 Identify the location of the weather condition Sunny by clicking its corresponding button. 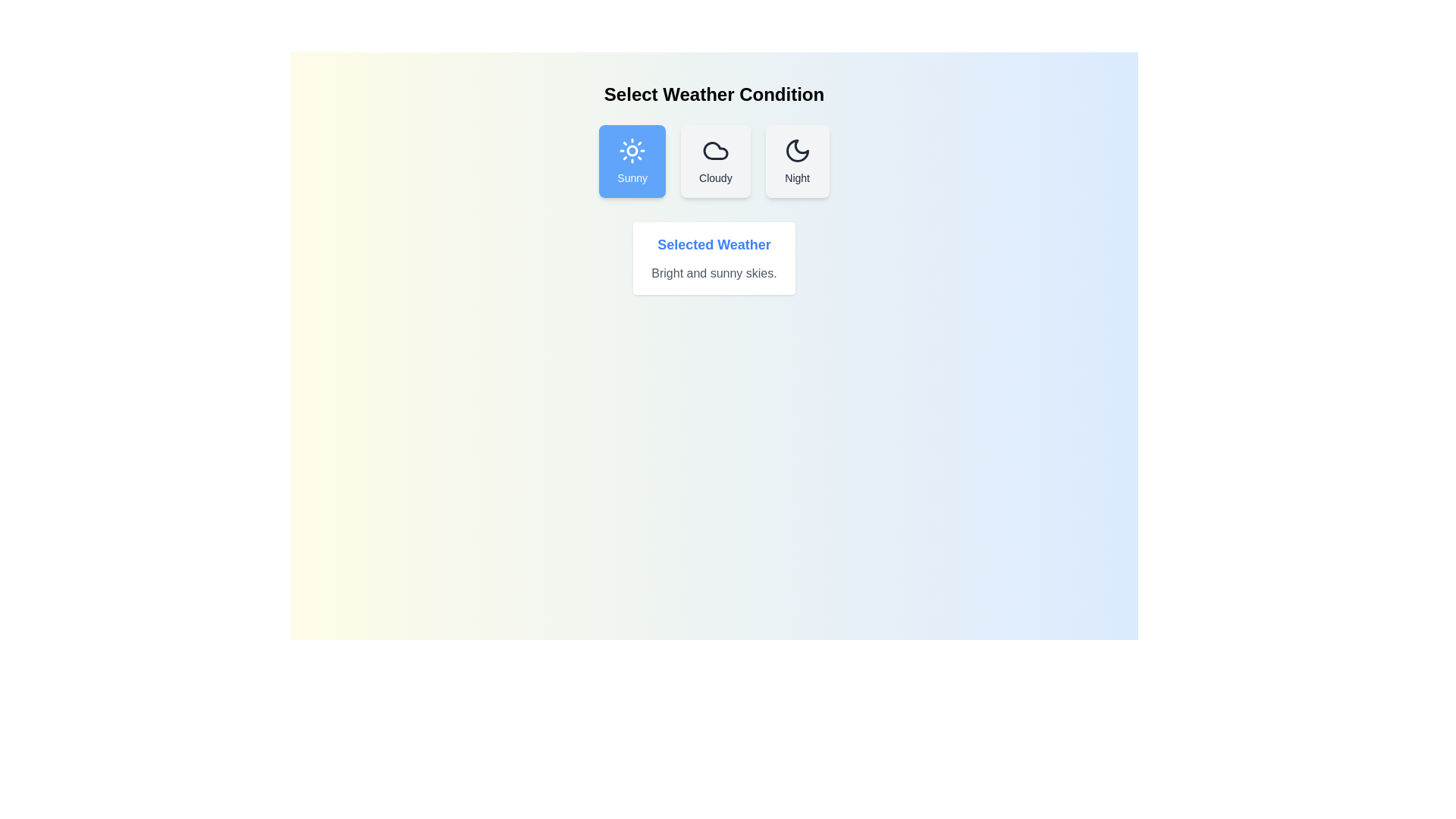
(632, 161).